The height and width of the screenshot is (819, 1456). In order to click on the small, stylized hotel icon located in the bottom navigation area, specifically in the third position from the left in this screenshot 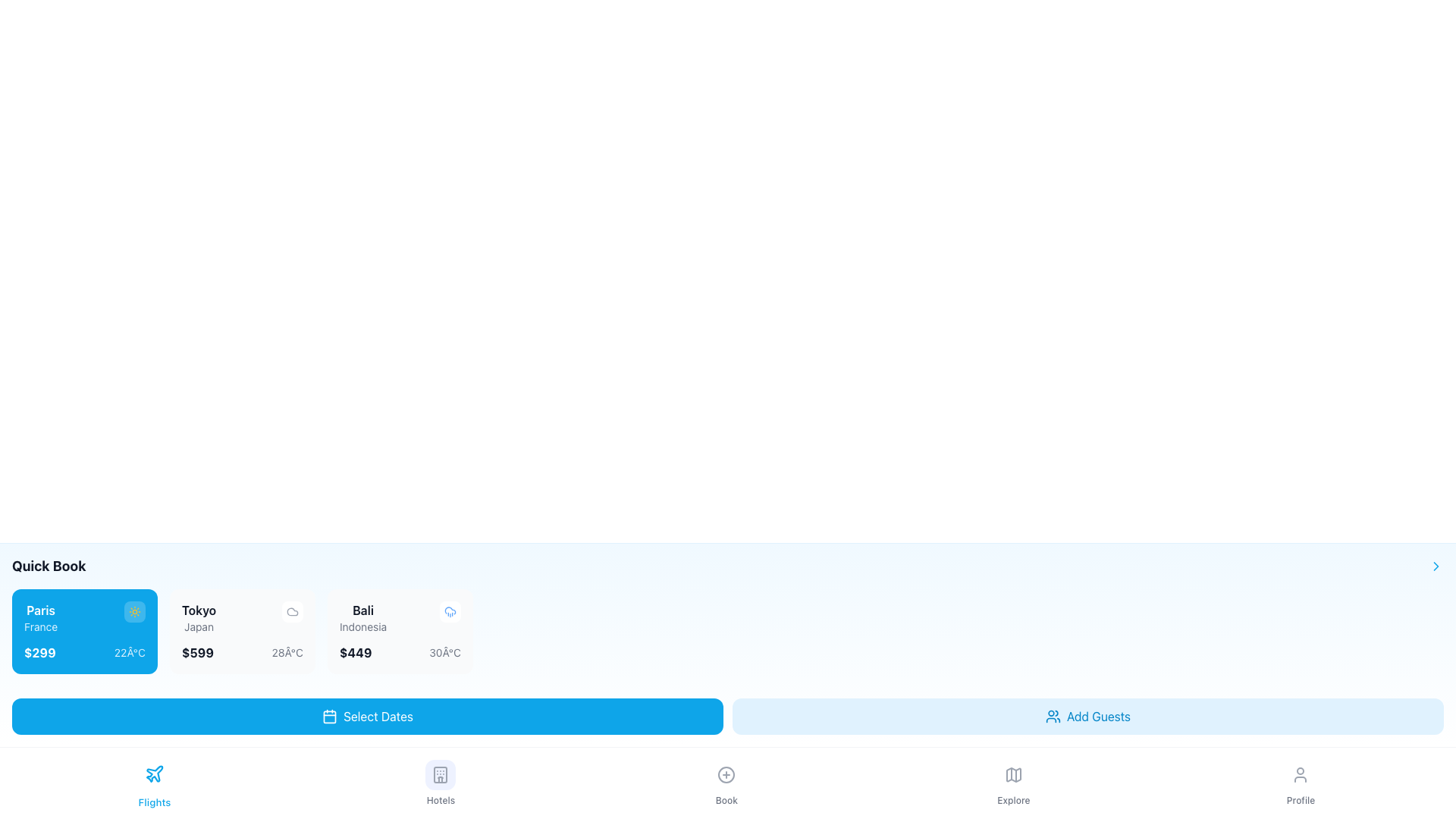, I will do `click(440, 775)`.